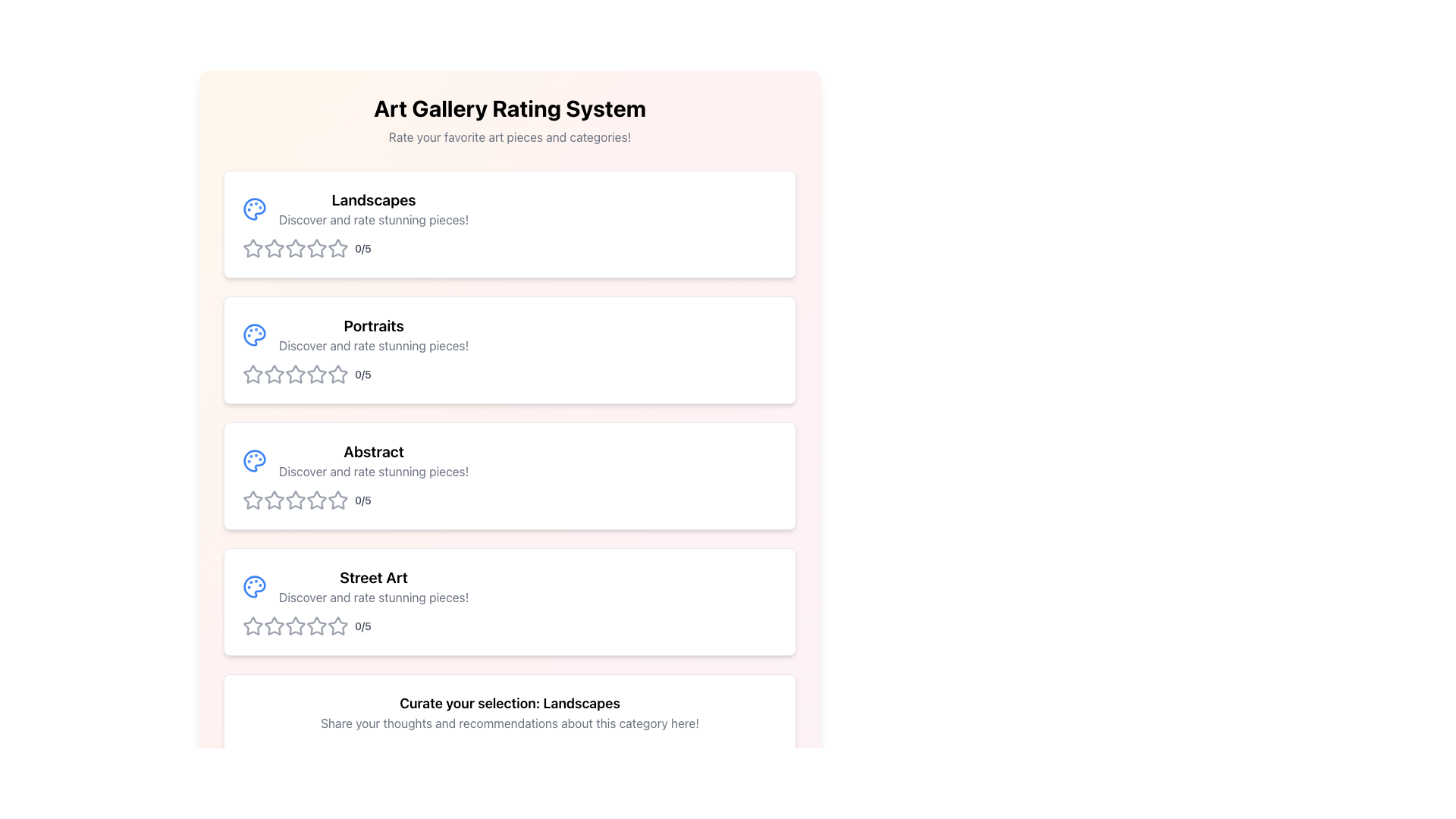 The width and height of the screenshot is (1456, 819). Describe the element at coordinates (315, 247) in the screenshot. I see `the second star-shaped rating icon with a hollow interior and gray outline, located beside the 'Landscapes' entry, to rate it` at that location.